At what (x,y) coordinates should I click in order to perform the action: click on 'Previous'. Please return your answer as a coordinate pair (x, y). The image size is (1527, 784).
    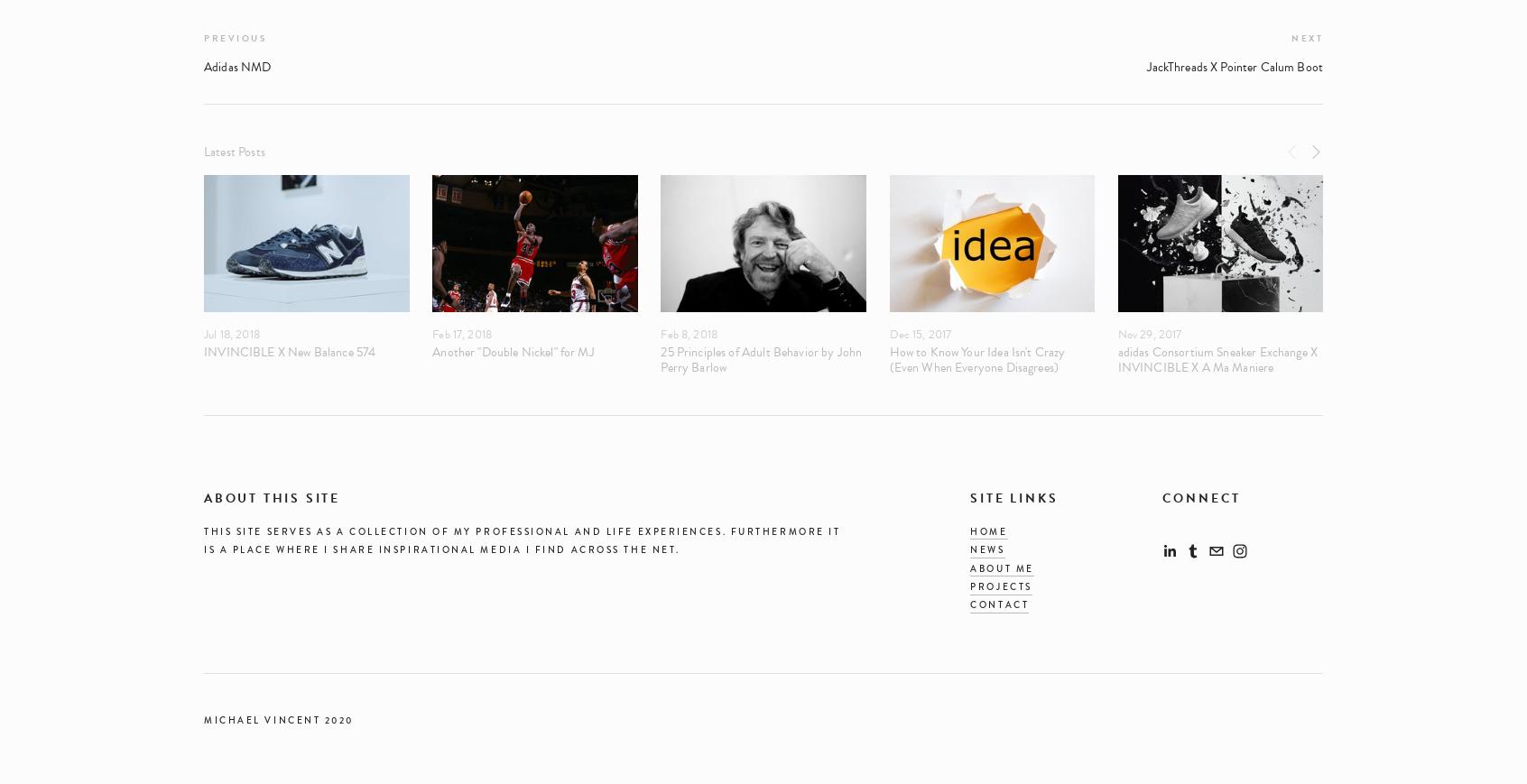
    Looking at the image, I should click on (235, 36).